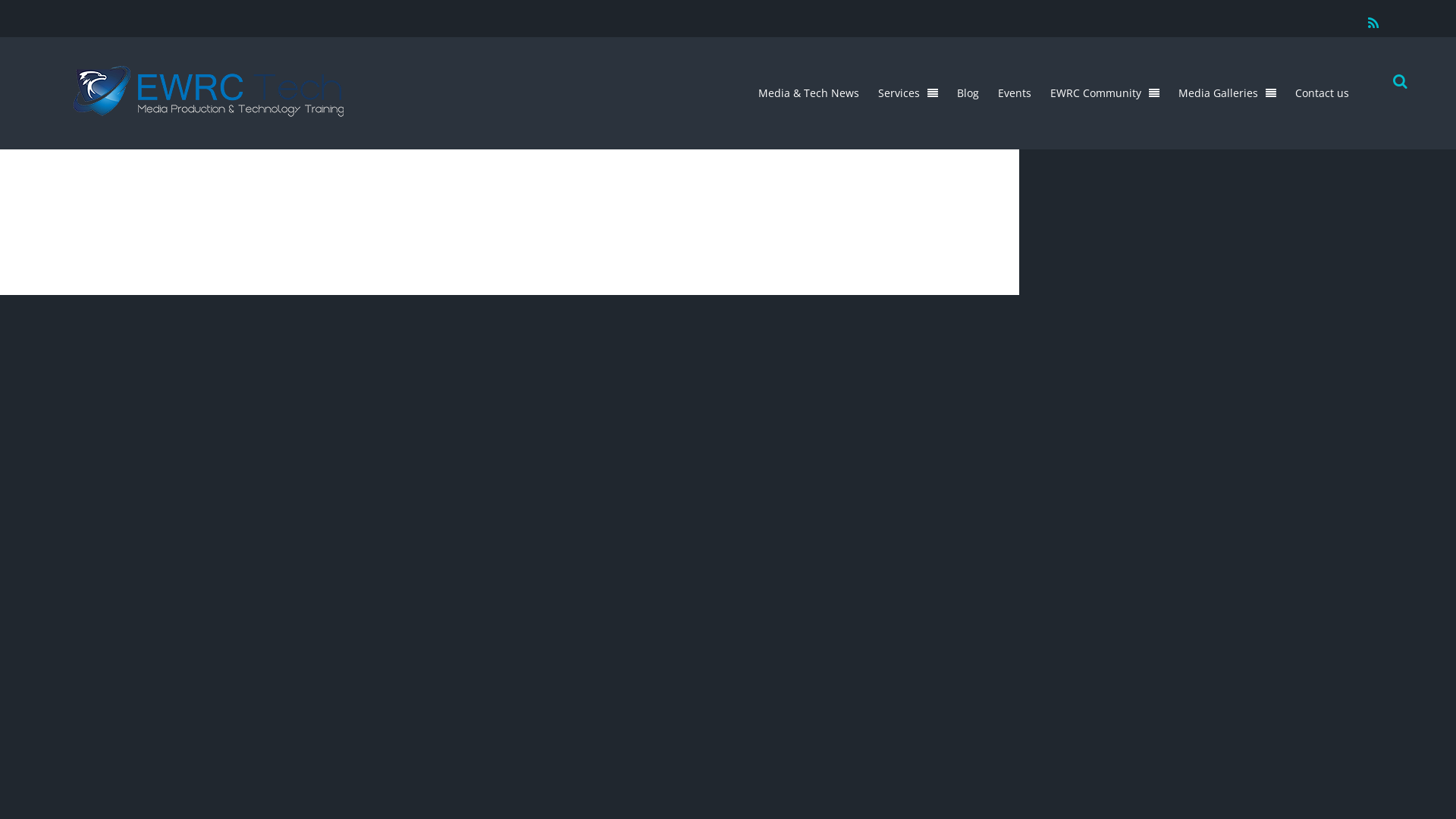 Image resolution: width=1456 pixels, height=819 pixels. Describe the element at coordinates (1041, 93) in the screenshot. I see `'EWRC Community'` at that location.